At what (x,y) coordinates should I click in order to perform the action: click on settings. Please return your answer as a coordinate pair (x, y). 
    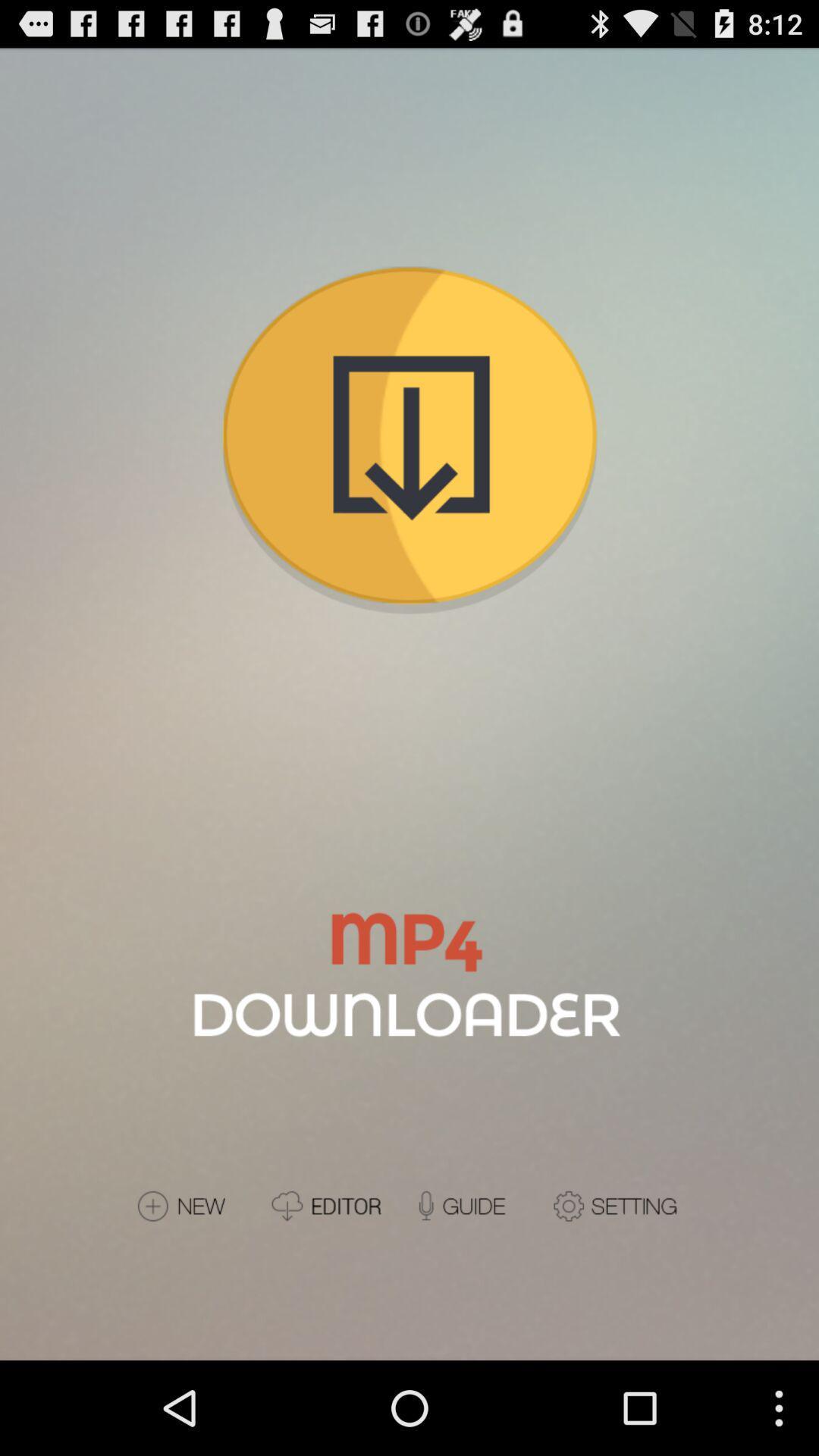
    Looking at the image, I should click on (617, 1205).